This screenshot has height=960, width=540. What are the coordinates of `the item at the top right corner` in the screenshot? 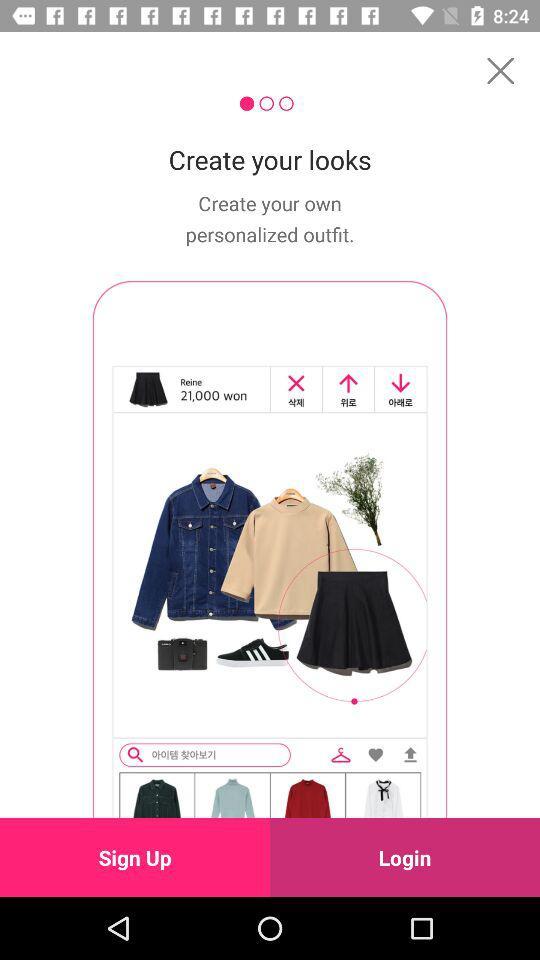 It's located at (499, 70).